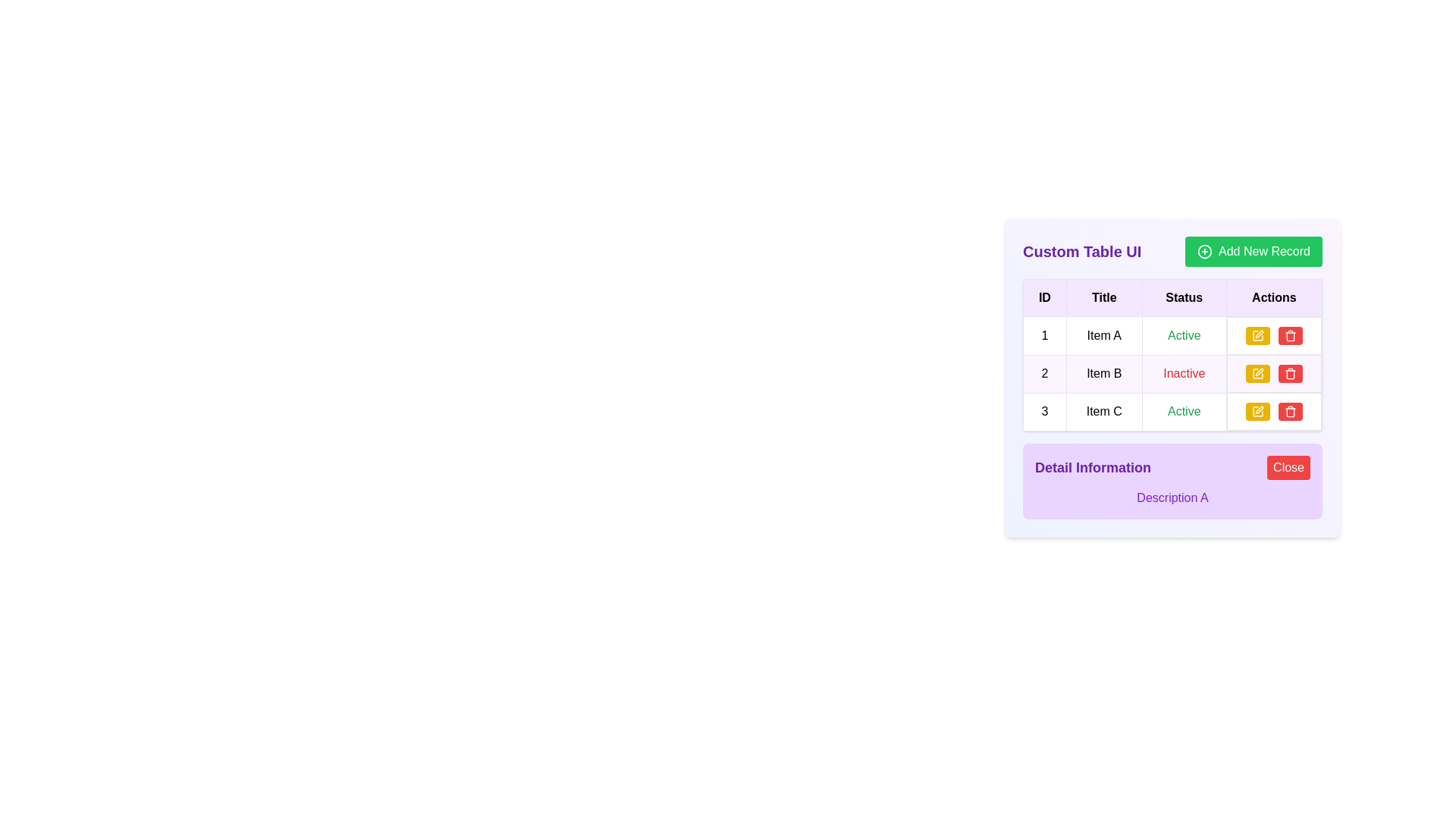 This screenshot has width=1456, height=819. I want to click on the edit button located in the 'Actions' column of the third row of the table to initiate an edit operation, so click(1257, 412).